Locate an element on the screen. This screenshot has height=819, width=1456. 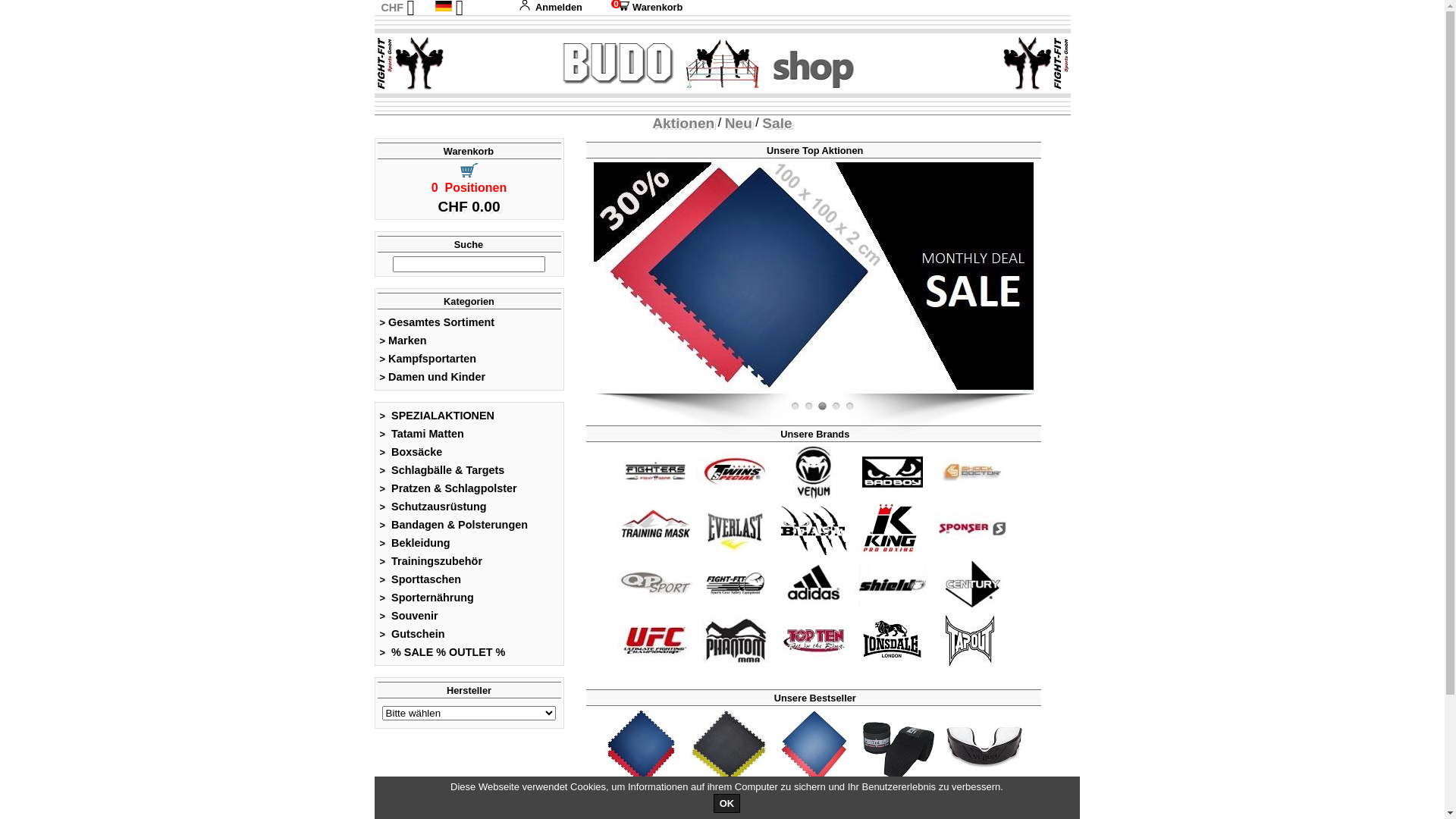
'> Marken' is located at coordinates (403, 339).